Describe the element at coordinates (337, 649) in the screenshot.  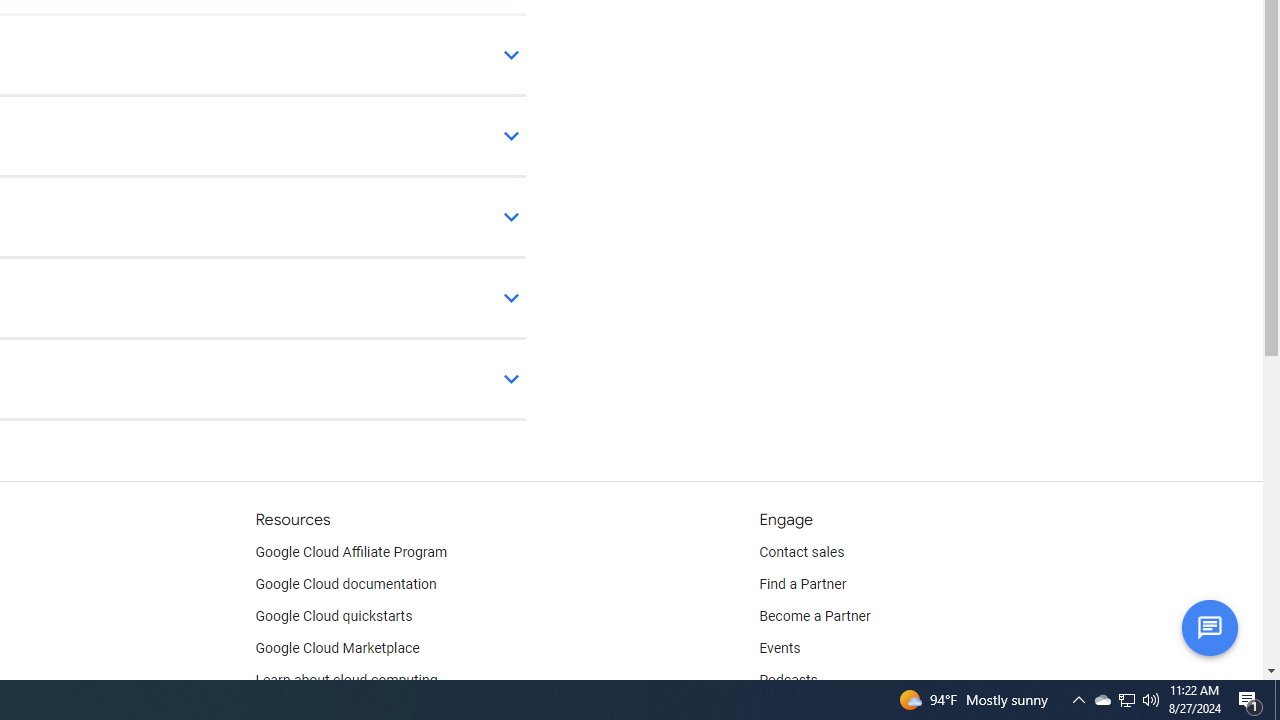
I see `'Google Cloud Marketplace'` at that location.